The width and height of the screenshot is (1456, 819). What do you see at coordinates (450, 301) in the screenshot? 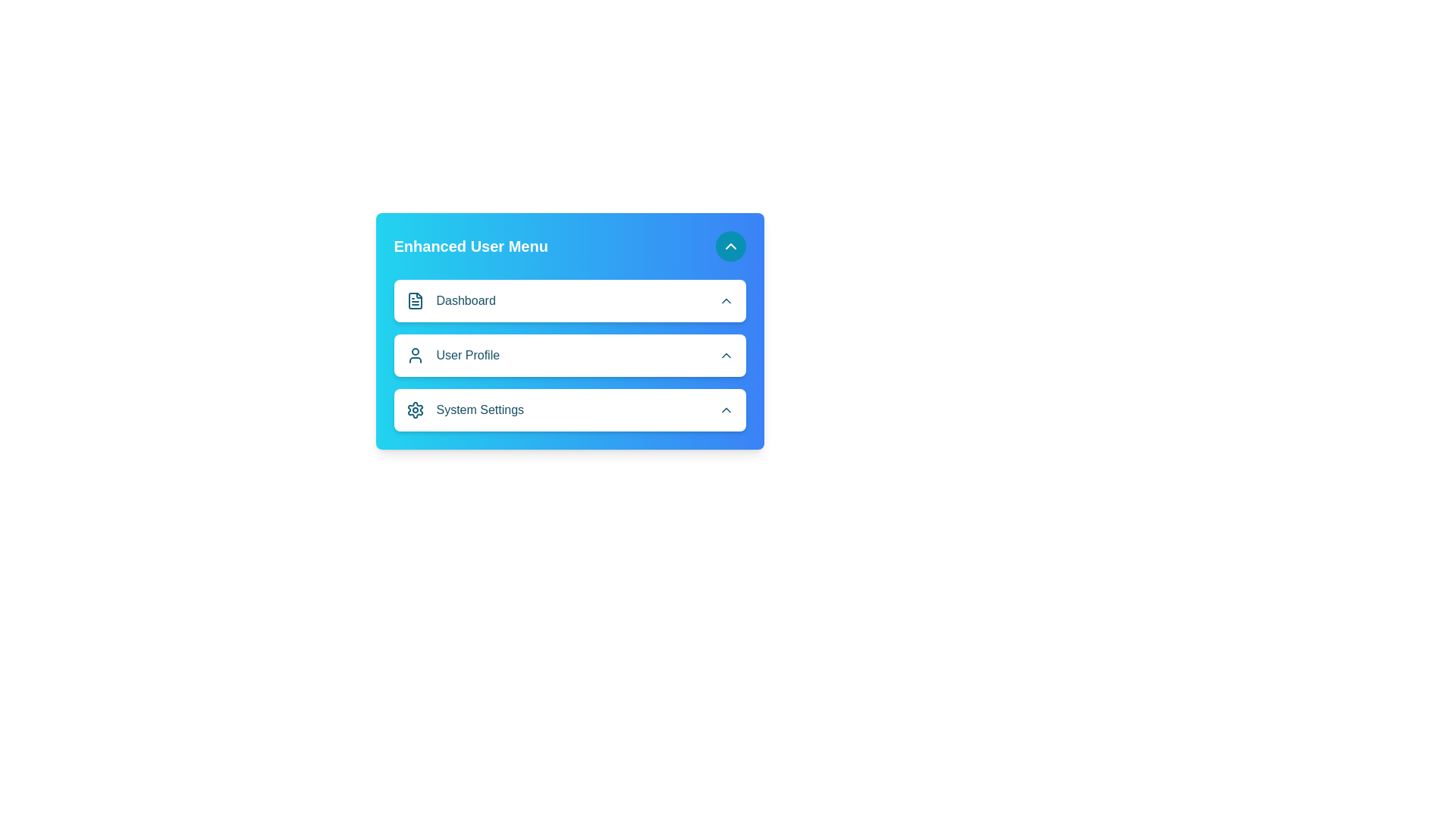
I see `the Navigation Item located in the first row of the vertical menu, just below the title 'Enhanced User Menu'` at bounding box center [450, 301].